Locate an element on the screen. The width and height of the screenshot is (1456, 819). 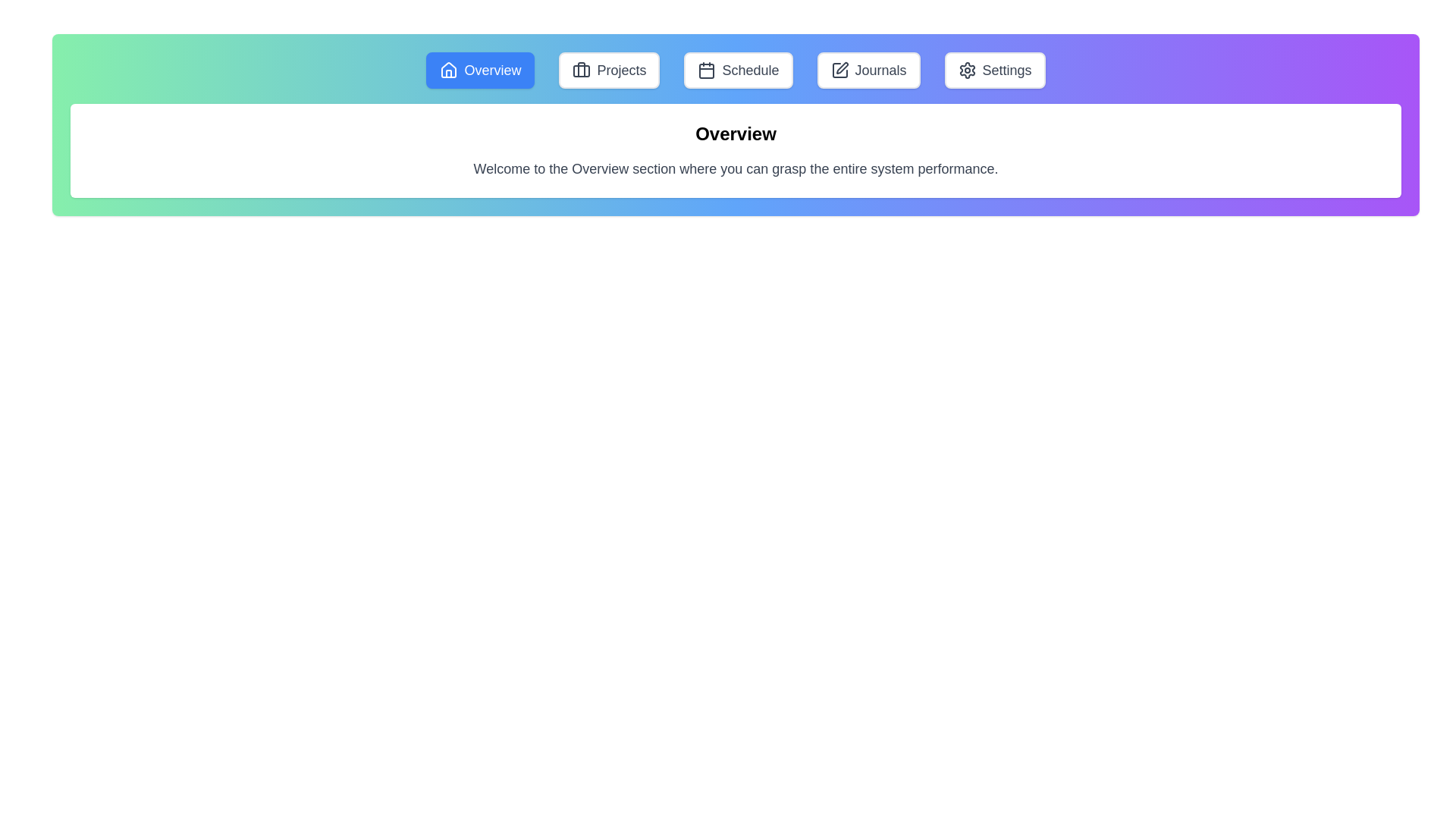
the navigation button for 'Journals', which is the fourth button in the row is located at coordinates (868, 70).